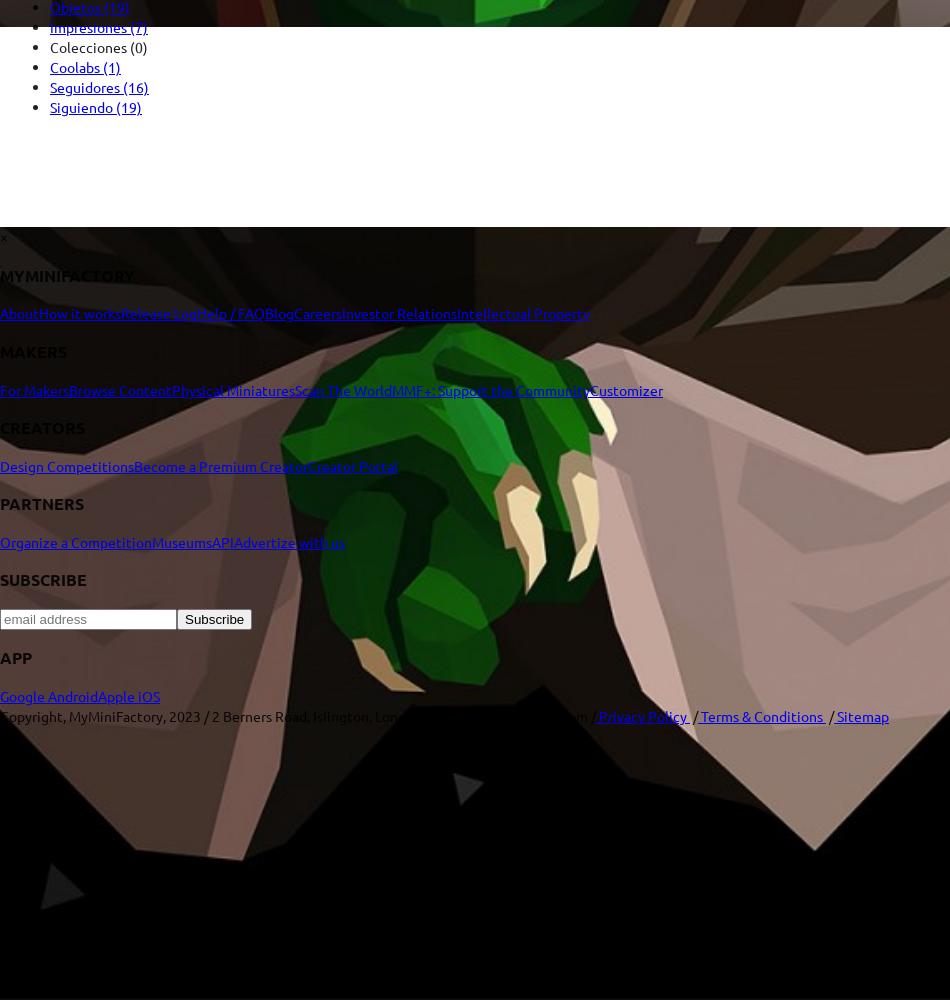 This screenshot has width=950, height=1000. I want to click on 'Customizer', so click(590, 389).